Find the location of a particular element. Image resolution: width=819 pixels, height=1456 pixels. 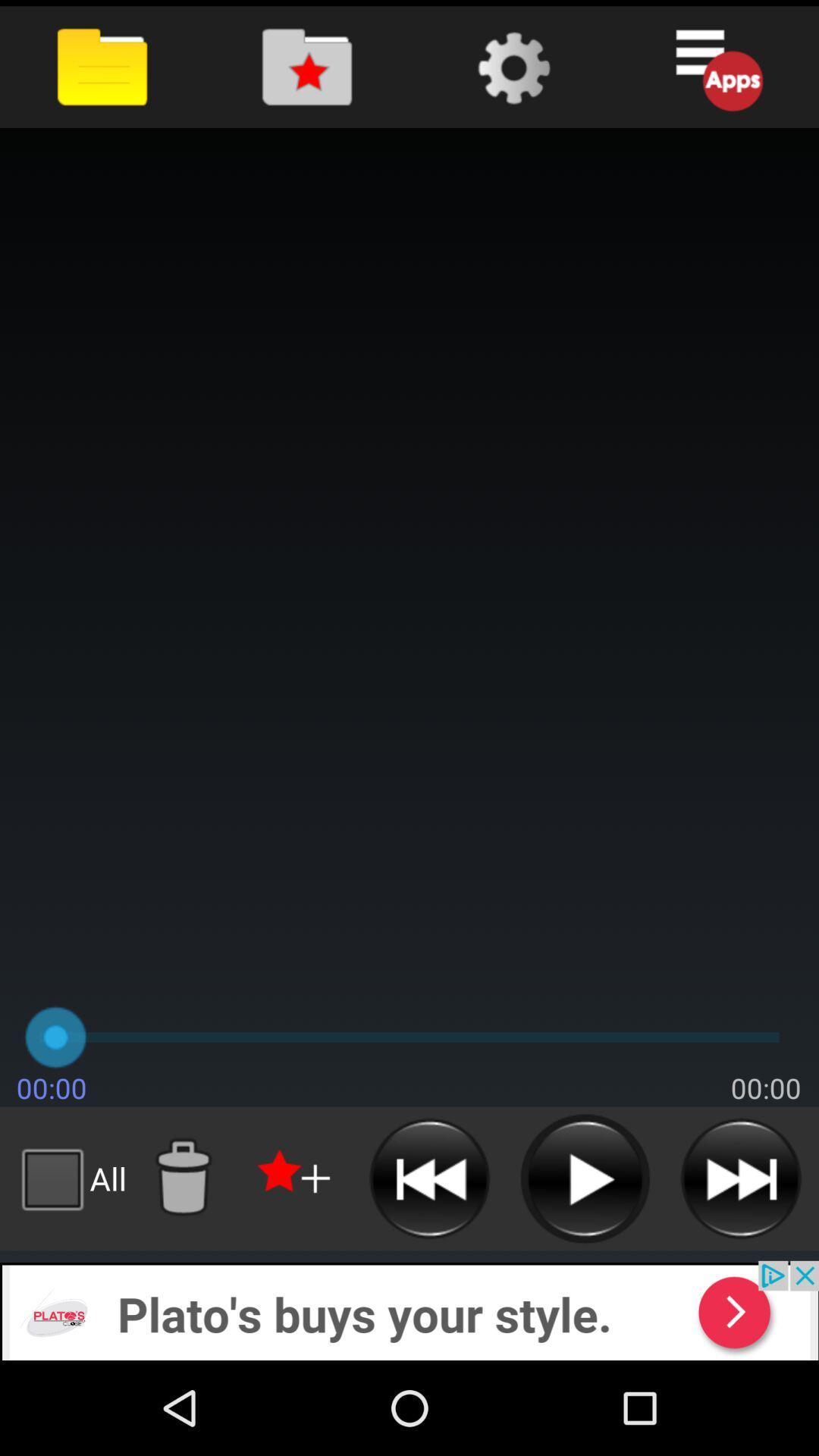

the delete icon is located at coordinates (182, 1261).